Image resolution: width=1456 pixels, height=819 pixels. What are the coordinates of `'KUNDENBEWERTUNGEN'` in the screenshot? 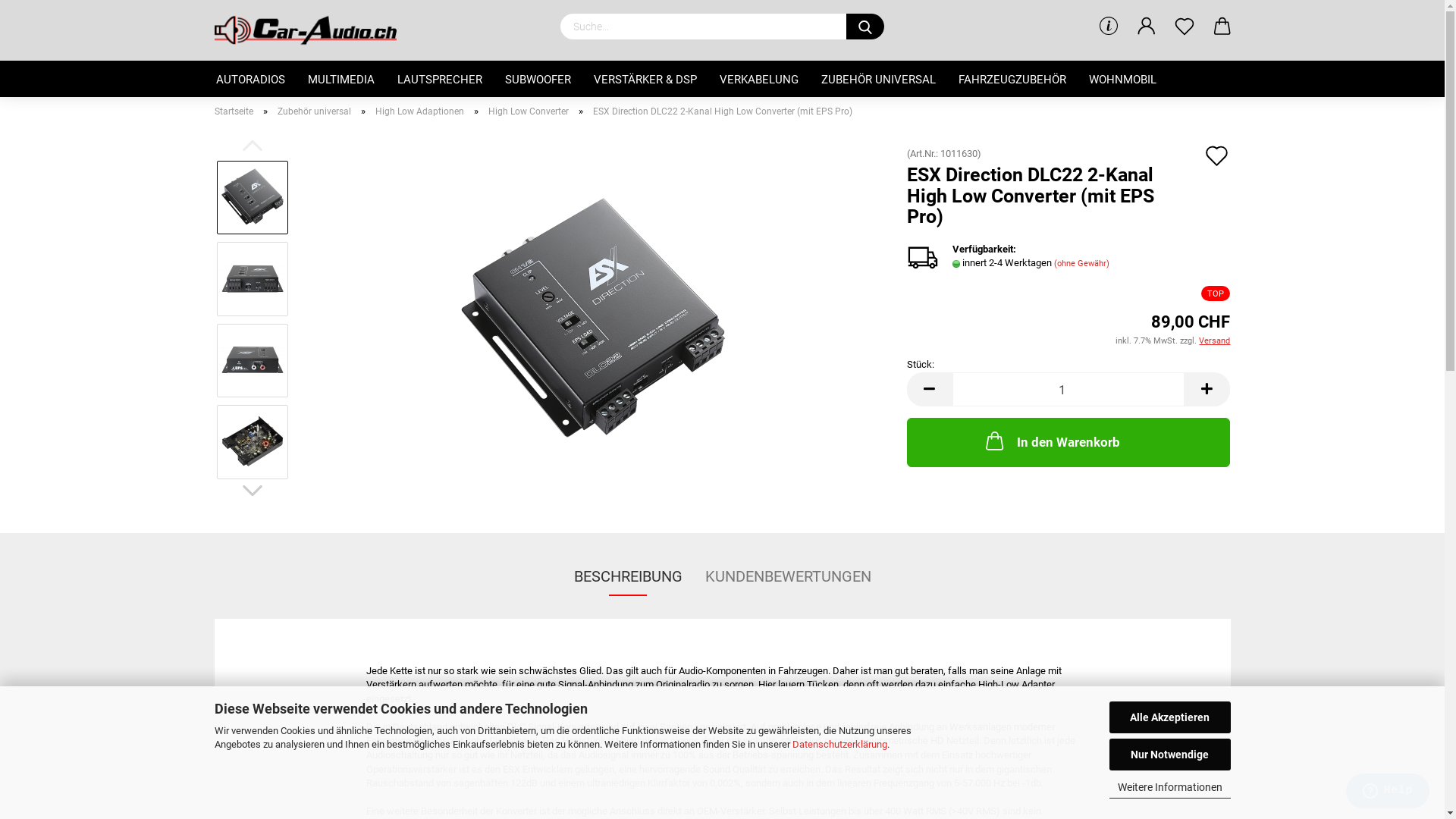 It's located at (787, 576).